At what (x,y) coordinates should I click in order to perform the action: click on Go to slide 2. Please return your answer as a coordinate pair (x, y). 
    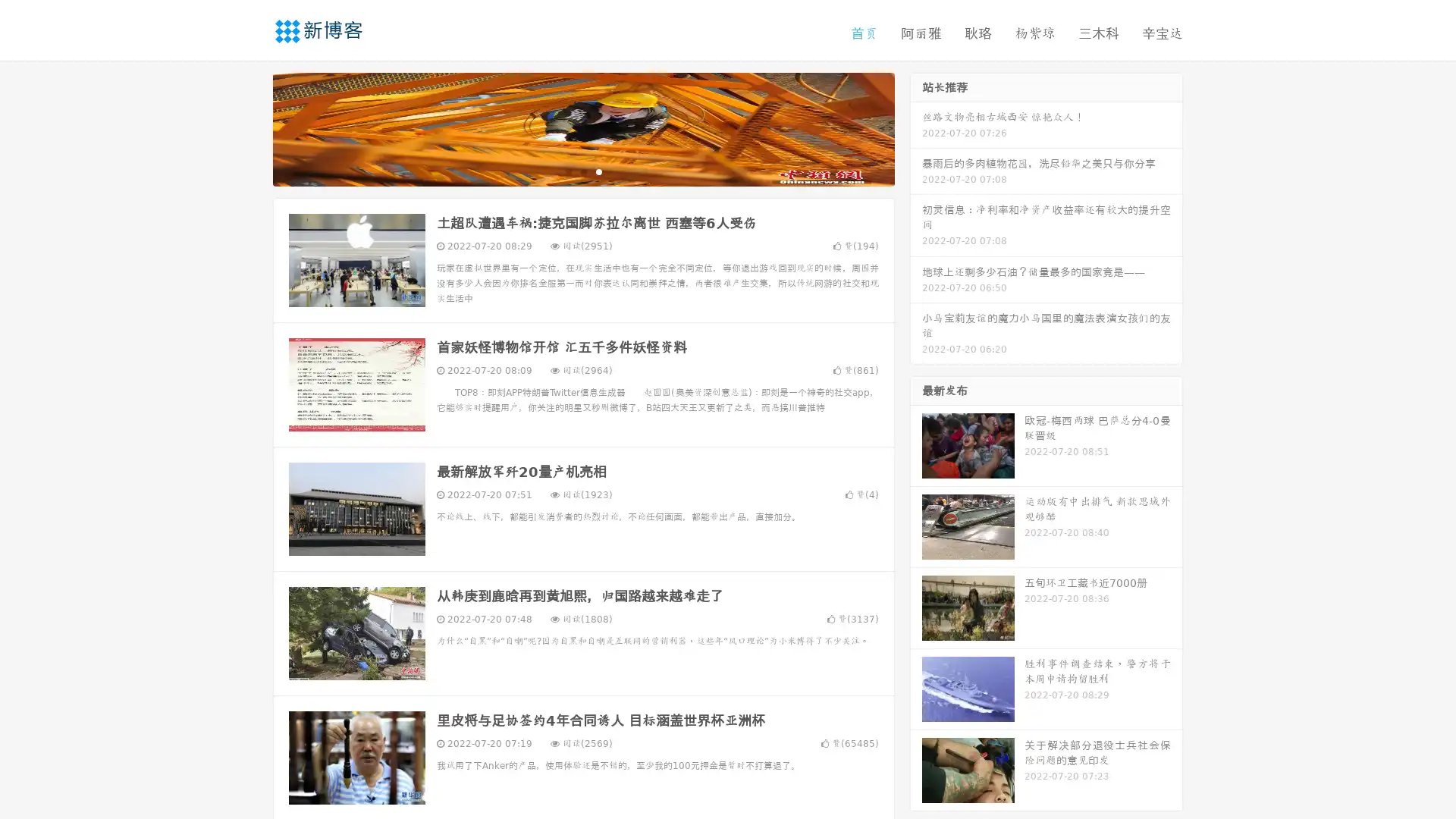
    Looking at the image, I should click on (582, 171).